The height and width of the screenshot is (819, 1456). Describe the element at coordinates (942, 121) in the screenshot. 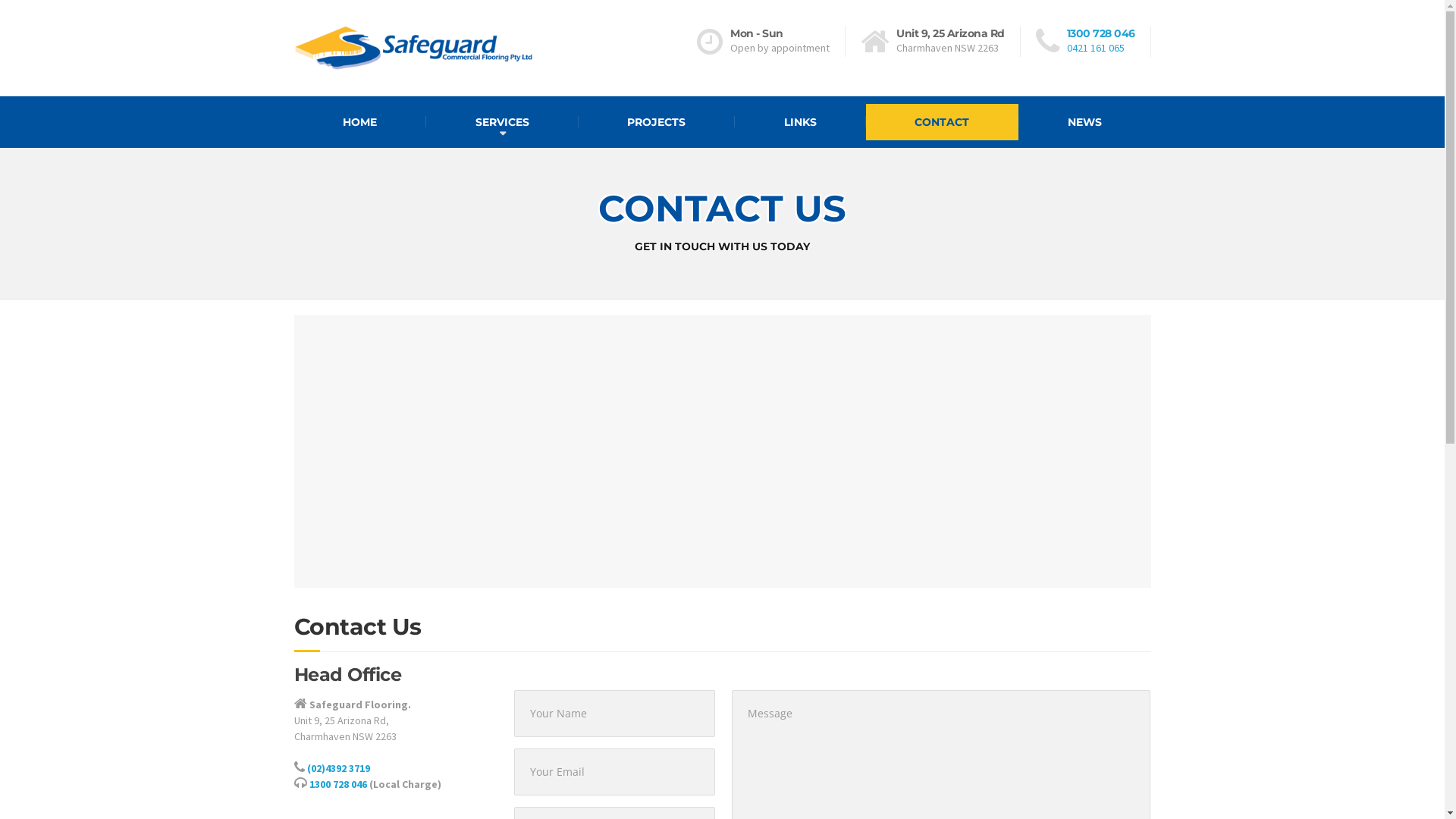

I see `'CONTACT'` at that location.